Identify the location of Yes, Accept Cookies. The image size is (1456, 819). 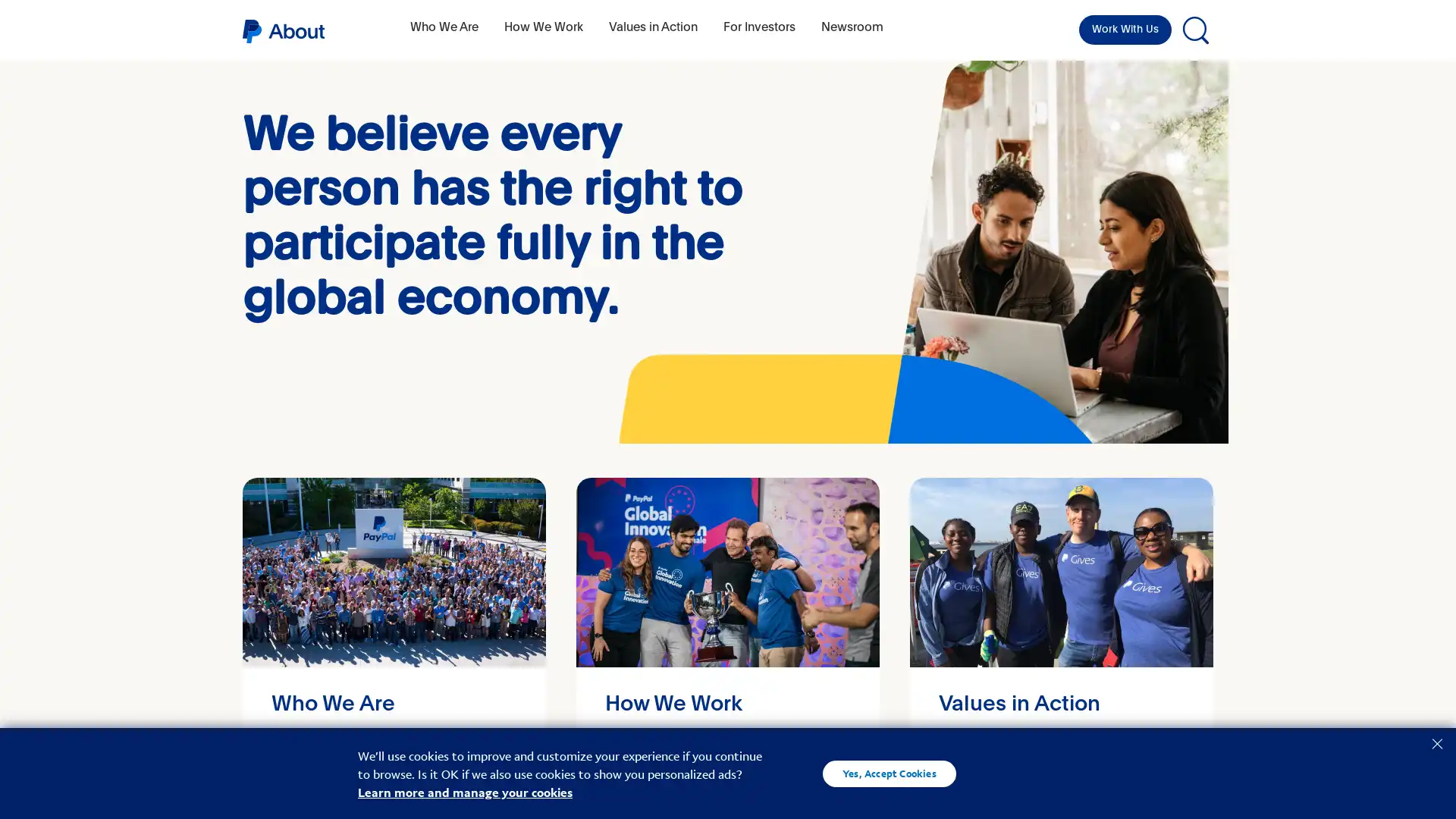
(889, 773).